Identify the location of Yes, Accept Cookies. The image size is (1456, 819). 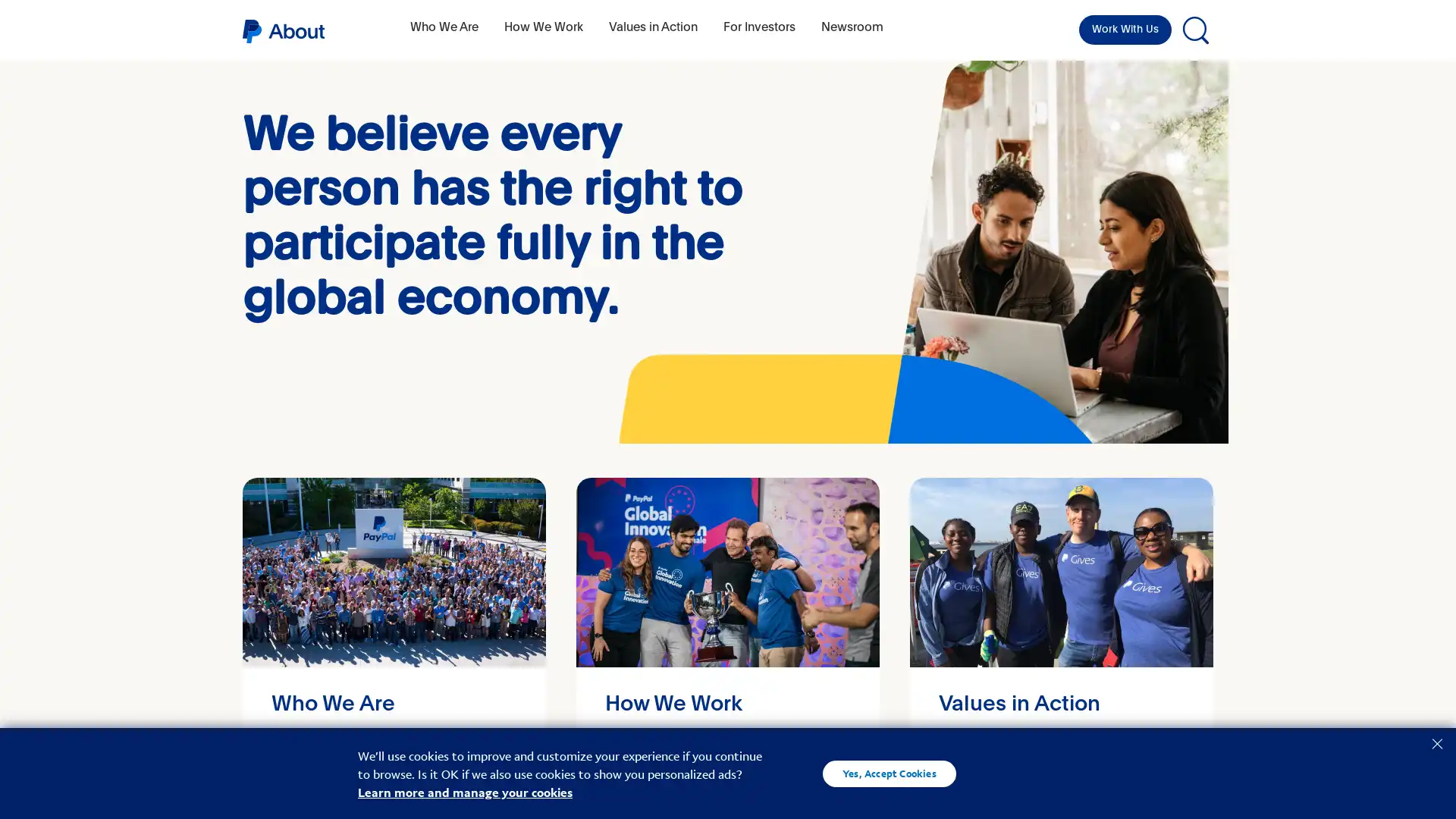
(889, 773).